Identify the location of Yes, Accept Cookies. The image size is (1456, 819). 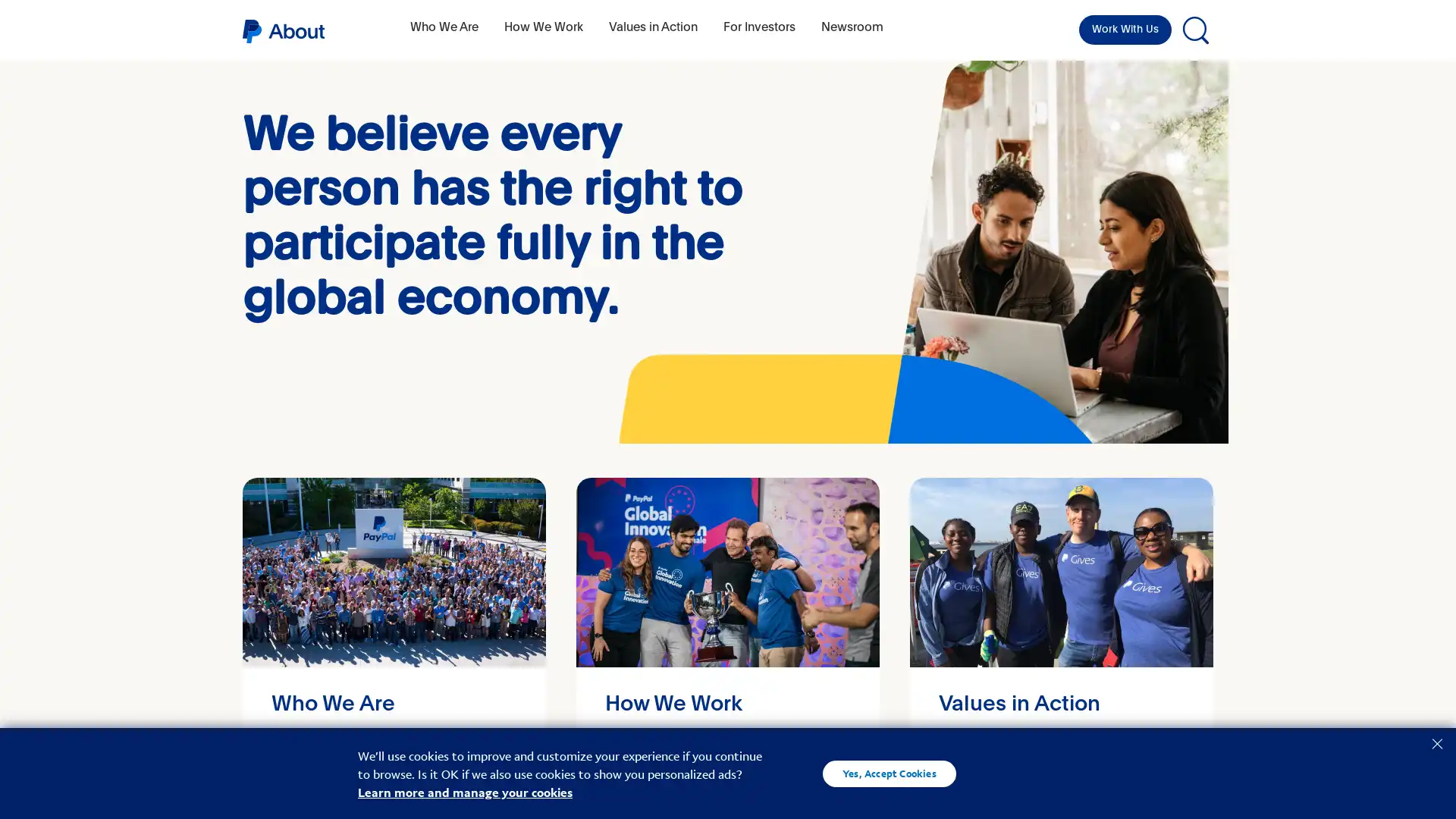
(889, 773).